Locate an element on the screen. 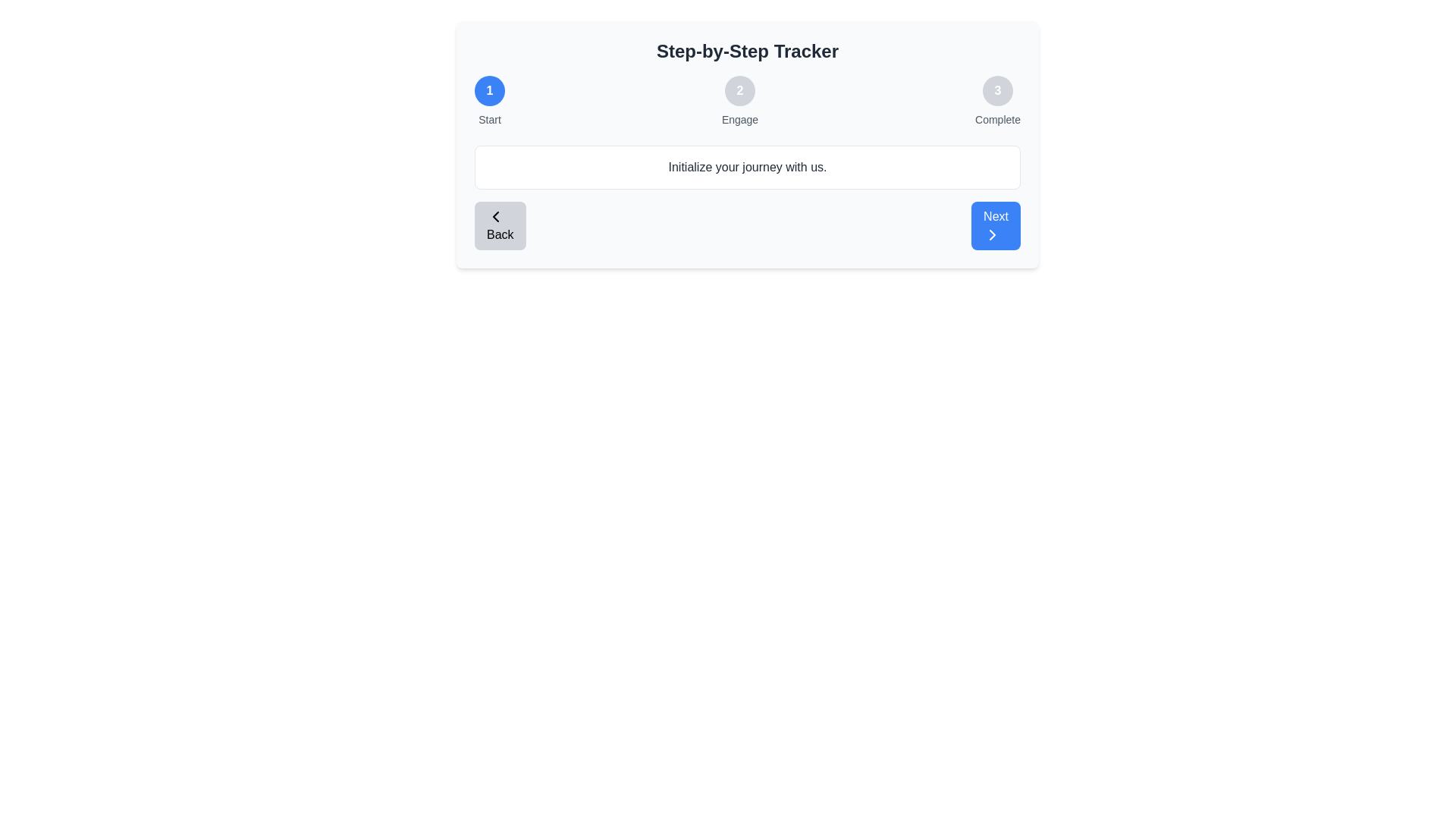  the text label representing the first step in the multi-step tracker, located directly below the blue circular number '1' is located at coordinates (490, 119).